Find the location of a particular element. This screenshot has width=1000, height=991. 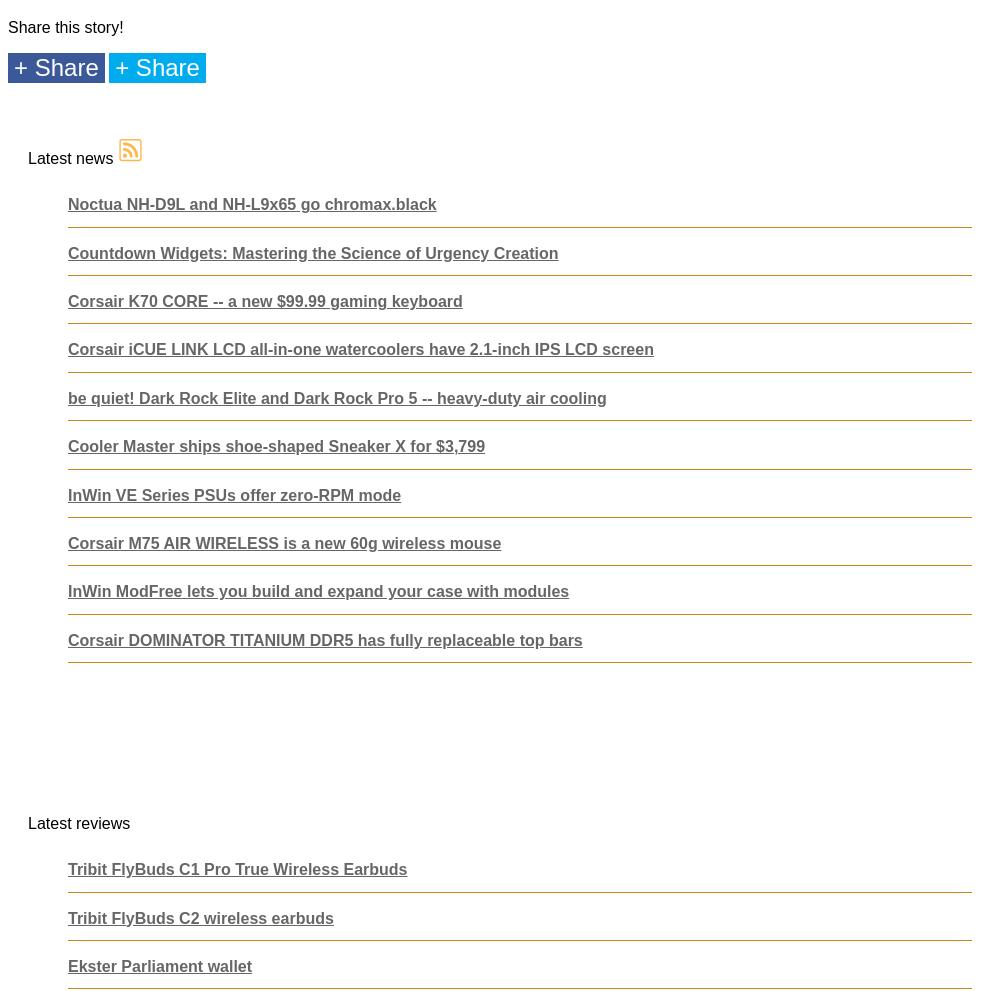

'Corsair iCUE LINK LCD all-in-one watercoolers have 2.1-inch IPS LCD screen' is located at coordinates (359, 349).